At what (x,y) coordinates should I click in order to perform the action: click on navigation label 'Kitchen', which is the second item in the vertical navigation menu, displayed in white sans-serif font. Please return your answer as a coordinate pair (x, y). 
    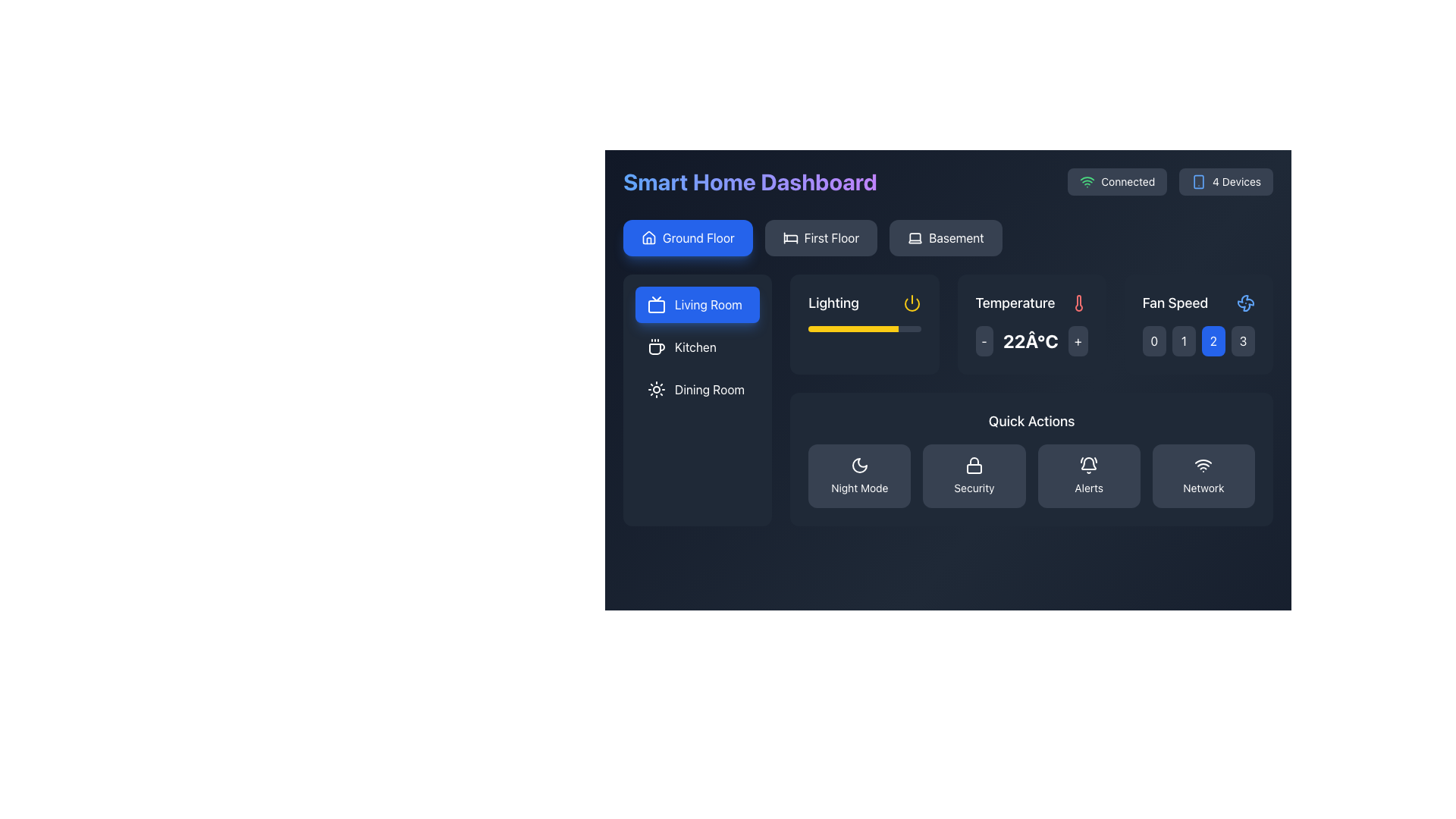
    Looking at the image, I should click on (695, 347).